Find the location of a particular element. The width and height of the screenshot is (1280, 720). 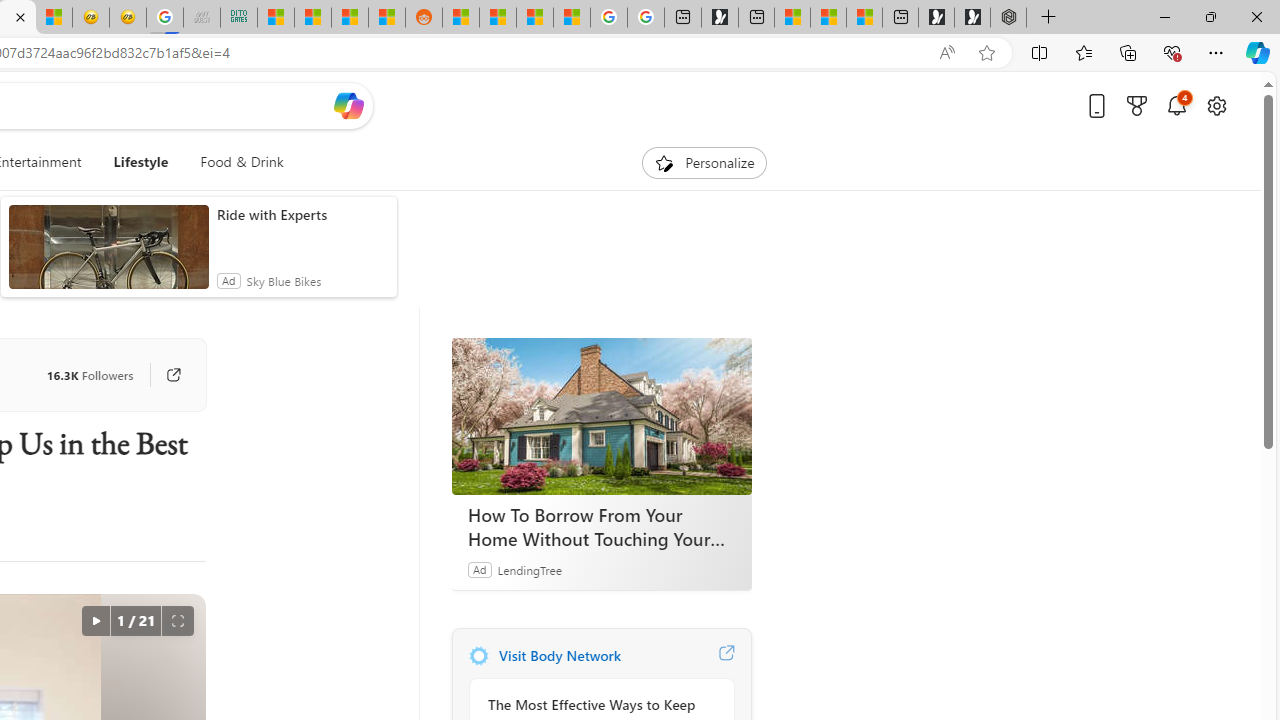

'These 3 Stocks Pay You More Than 5% to Own Them' is located at coordinates (864, 17).